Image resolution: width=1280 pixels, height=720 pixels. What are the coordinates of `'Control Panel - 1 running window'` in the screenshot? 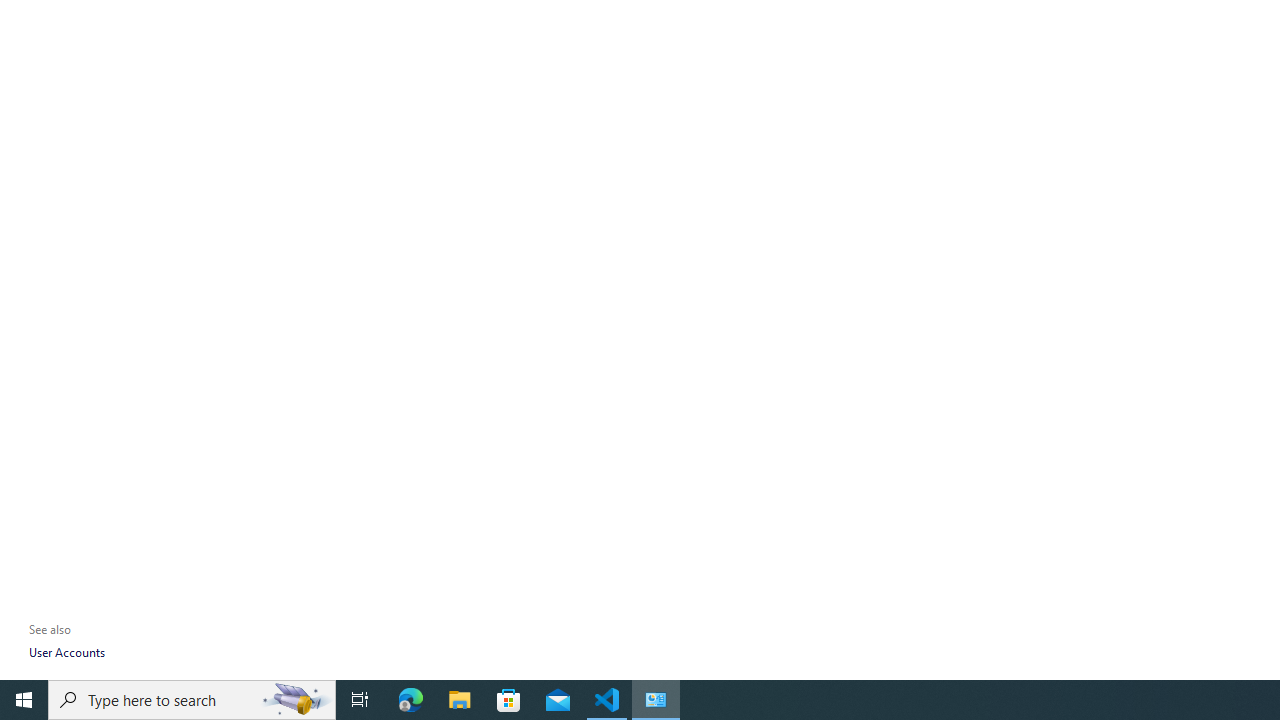 It's located at (656, 698).